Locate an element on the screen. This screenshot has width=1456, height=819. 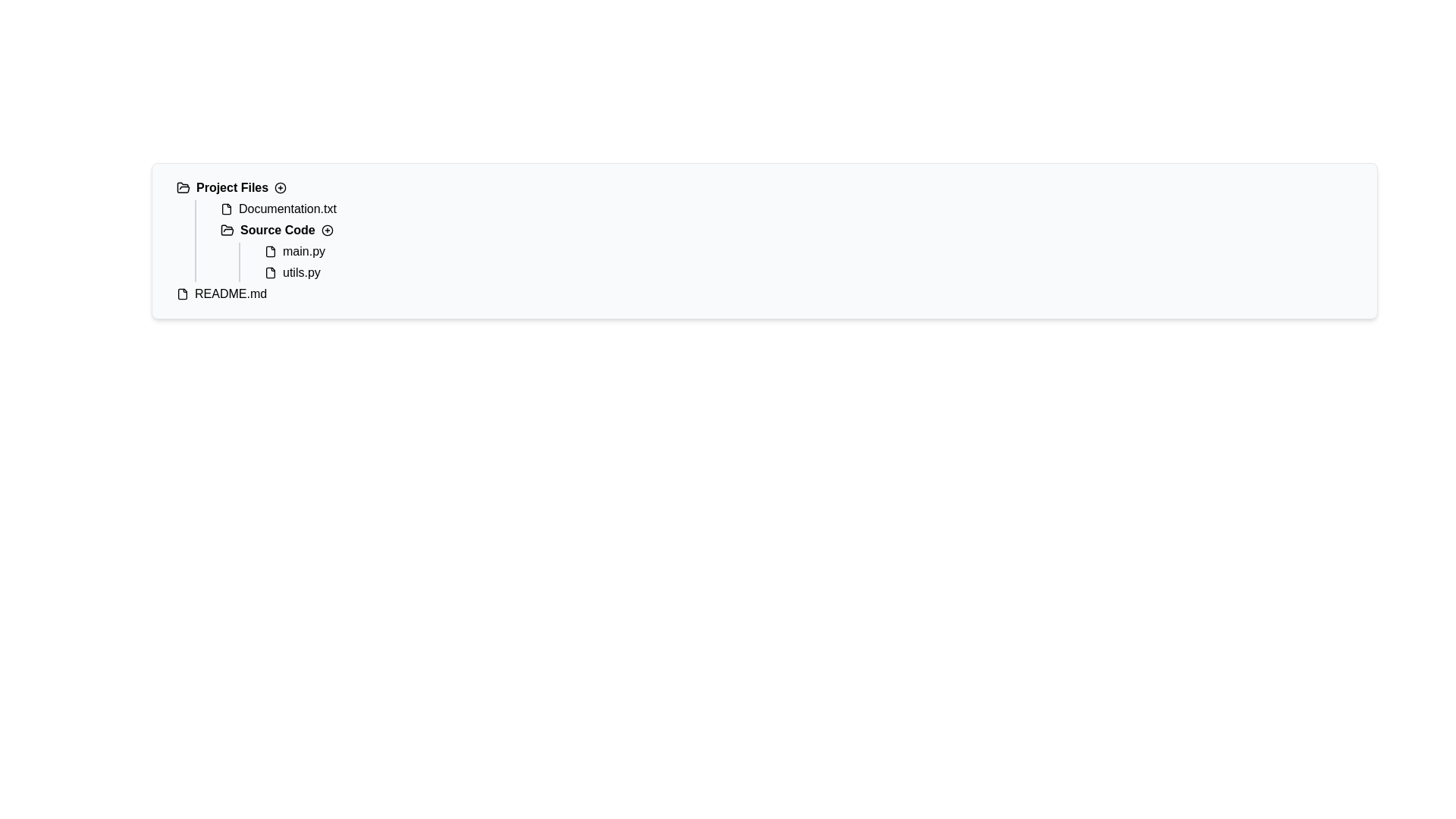
the 'README.md' text label in the file tree UI is located at coordinates (230, 294).